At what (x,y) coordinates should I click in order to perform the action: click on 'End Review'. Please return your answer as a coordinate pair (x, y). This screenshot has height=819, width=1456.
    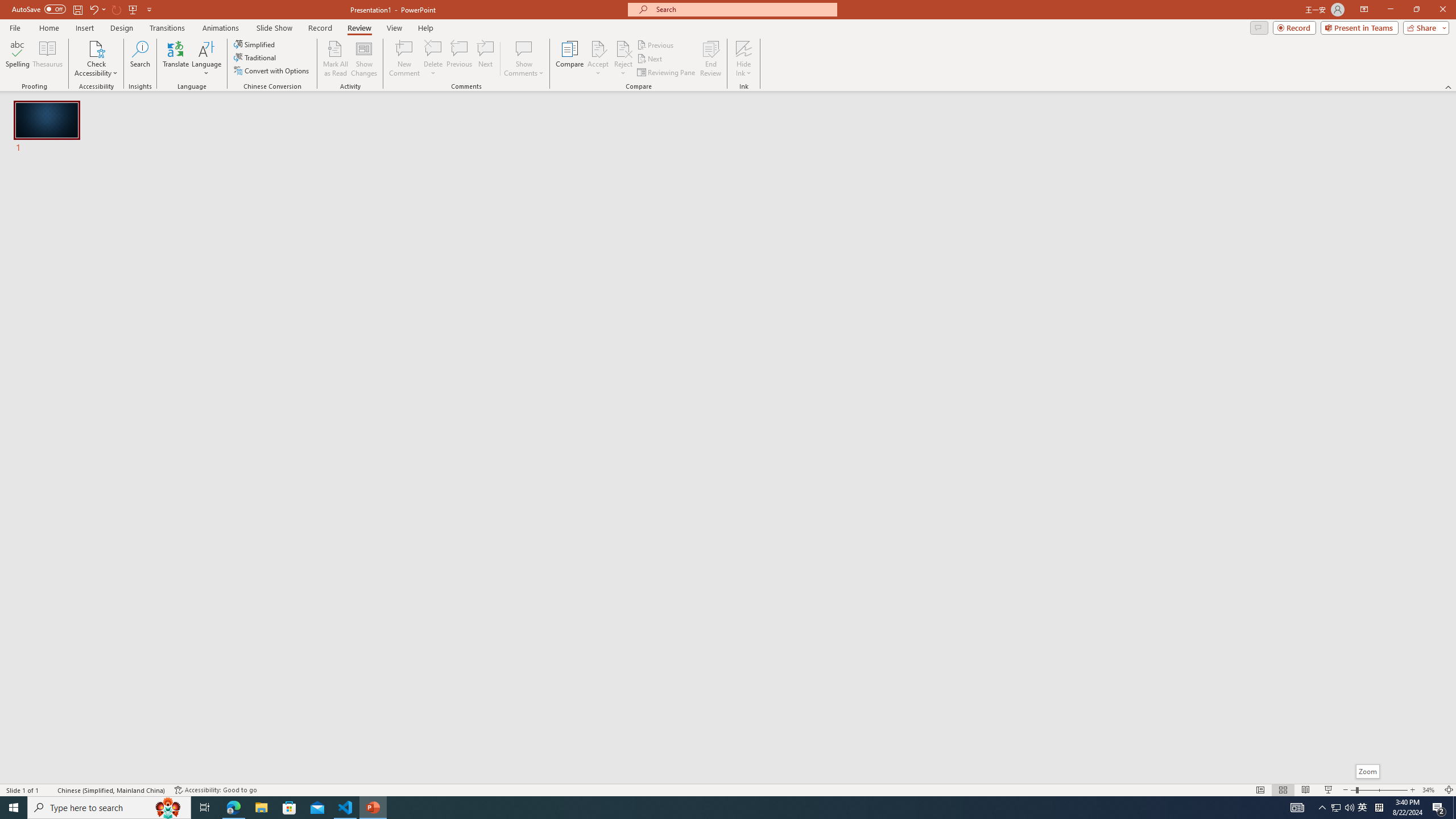
    Looking at the image, I should click on (710, 59).